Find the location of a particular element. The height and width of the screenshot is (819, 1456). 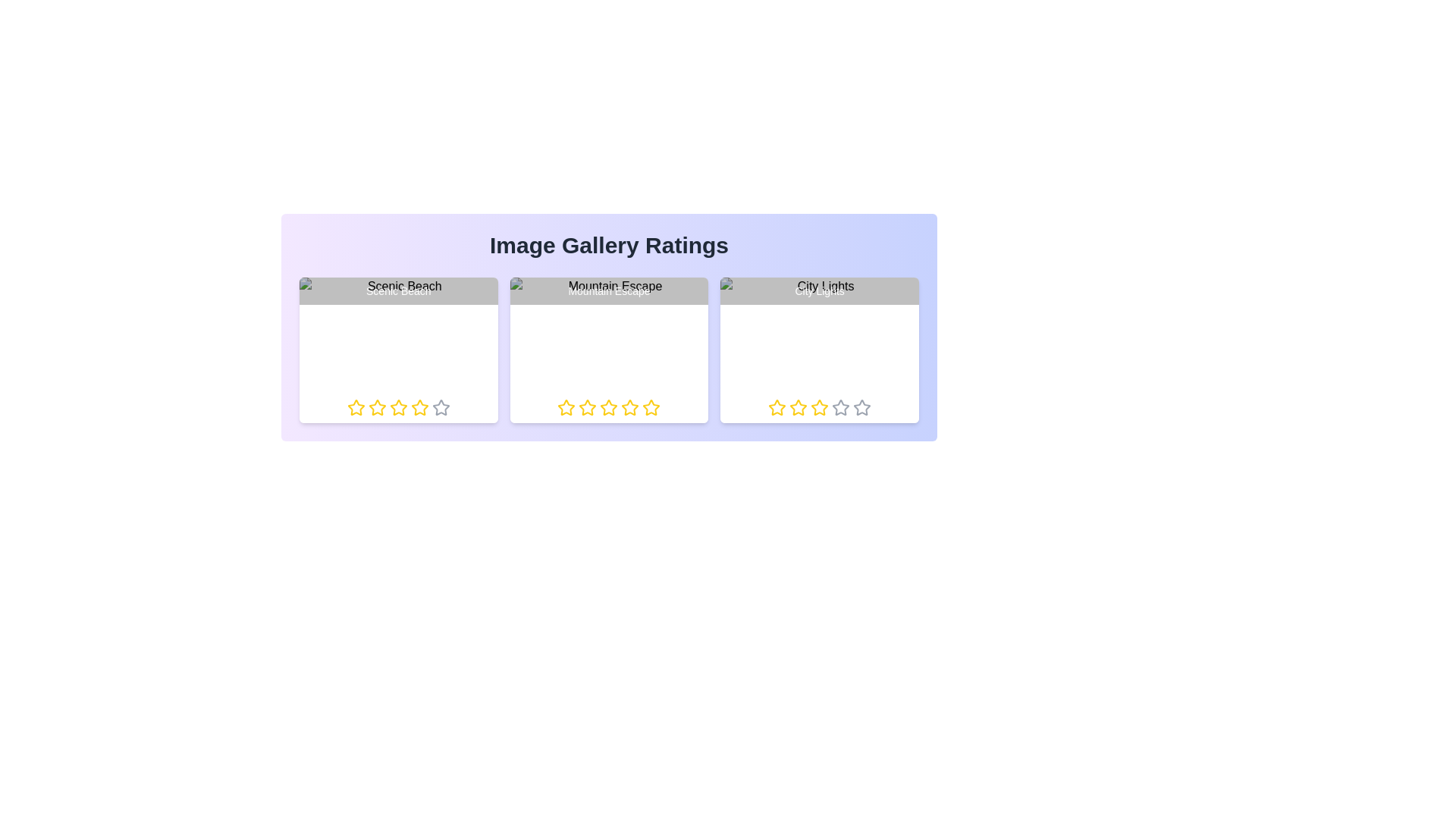

the rating for the image titled 'Scenic Beach' to 1 stars is located at coordinates (346, 406).